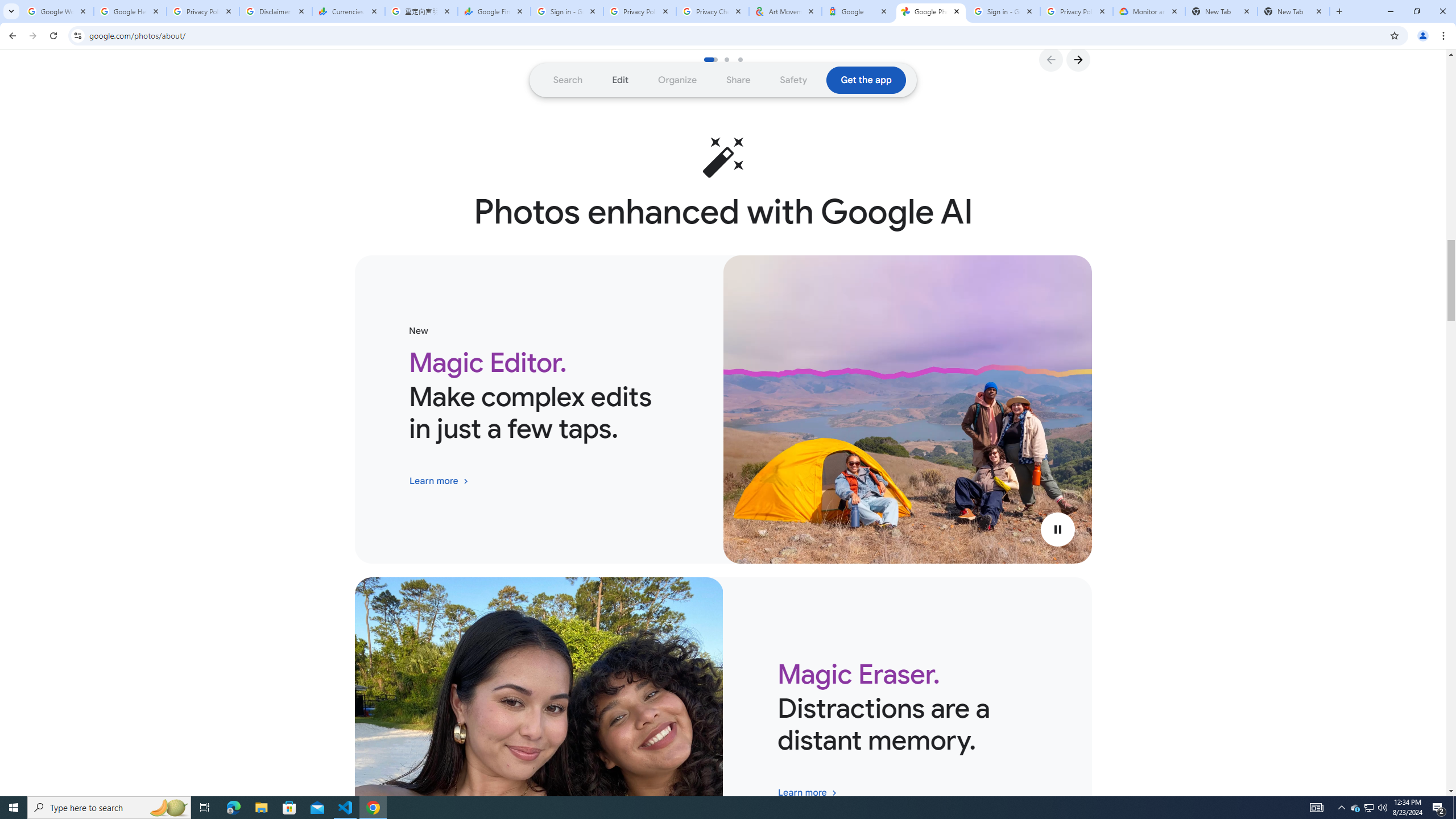 This screenshot has width=1456, height=819. What do you see at coordinates (348, 11) in the screenshot?
I see `'Currencies - Google Finance'` at bounding box center [348, 11].